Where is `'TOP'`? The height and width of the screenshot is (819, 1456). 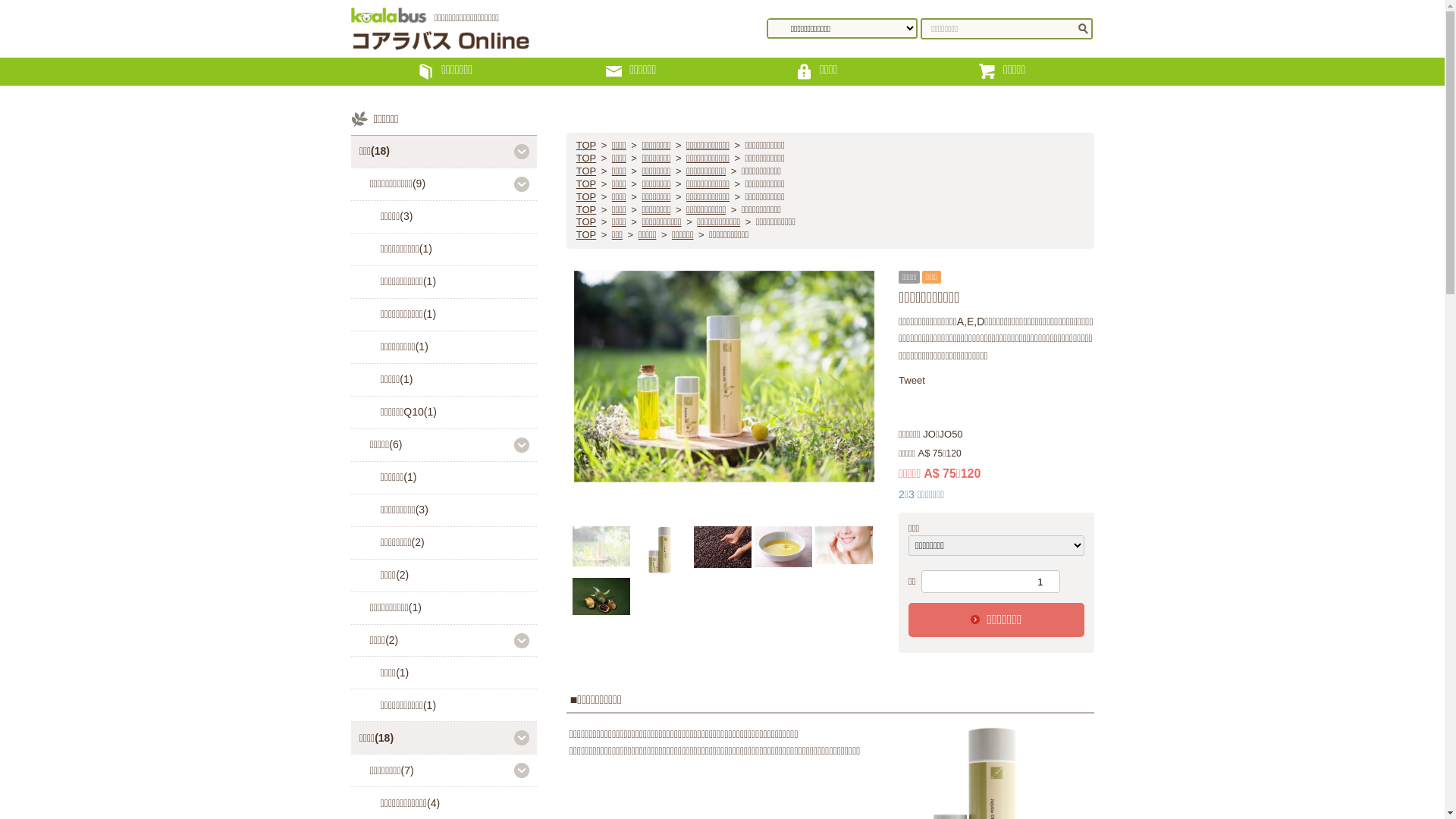 'TOP' is located at coordinates (585, 146).